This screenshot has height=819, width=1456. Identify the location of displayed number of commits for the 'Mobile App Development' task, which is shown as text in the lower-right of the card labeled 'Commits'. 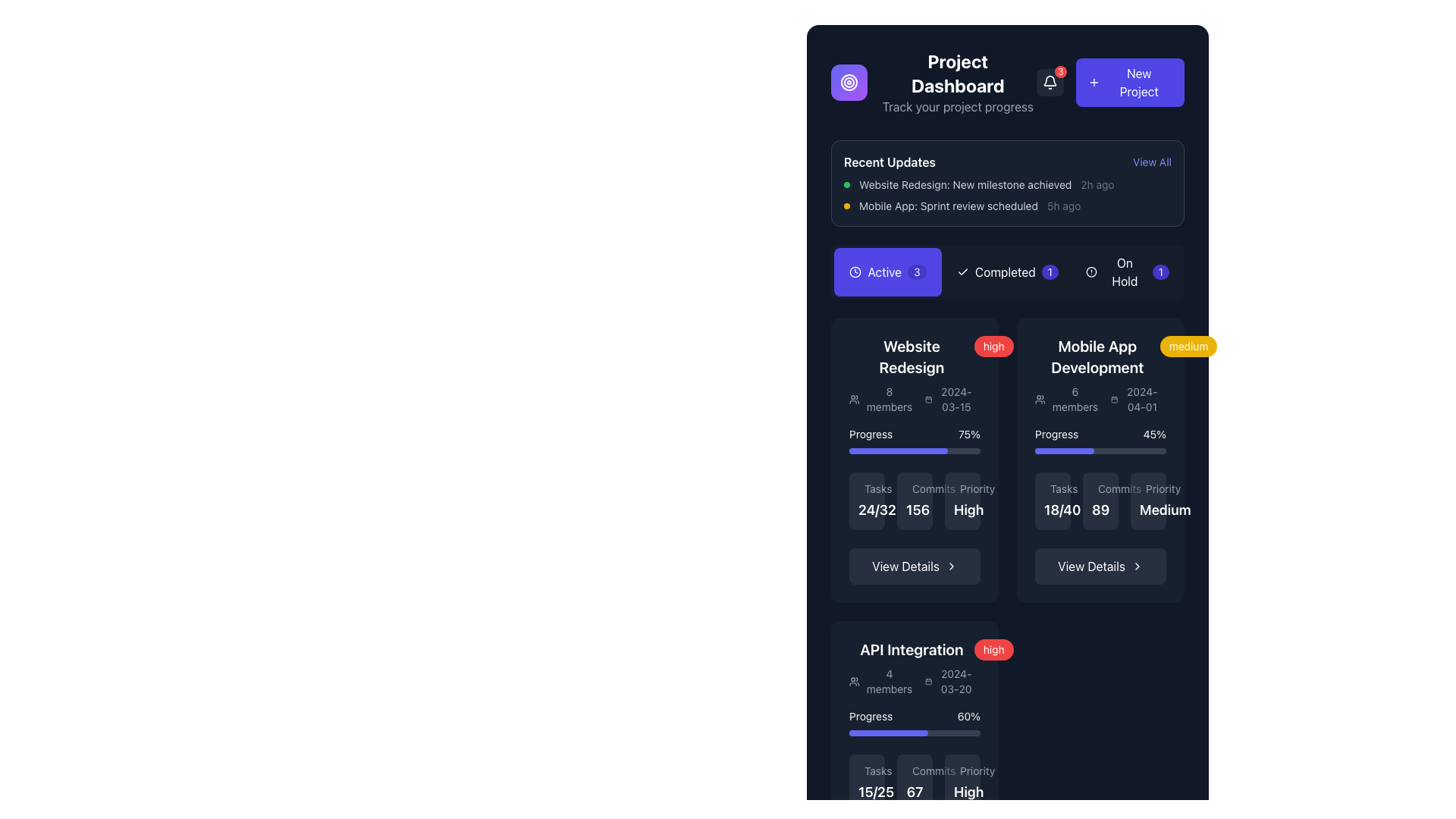
(1100, 510).